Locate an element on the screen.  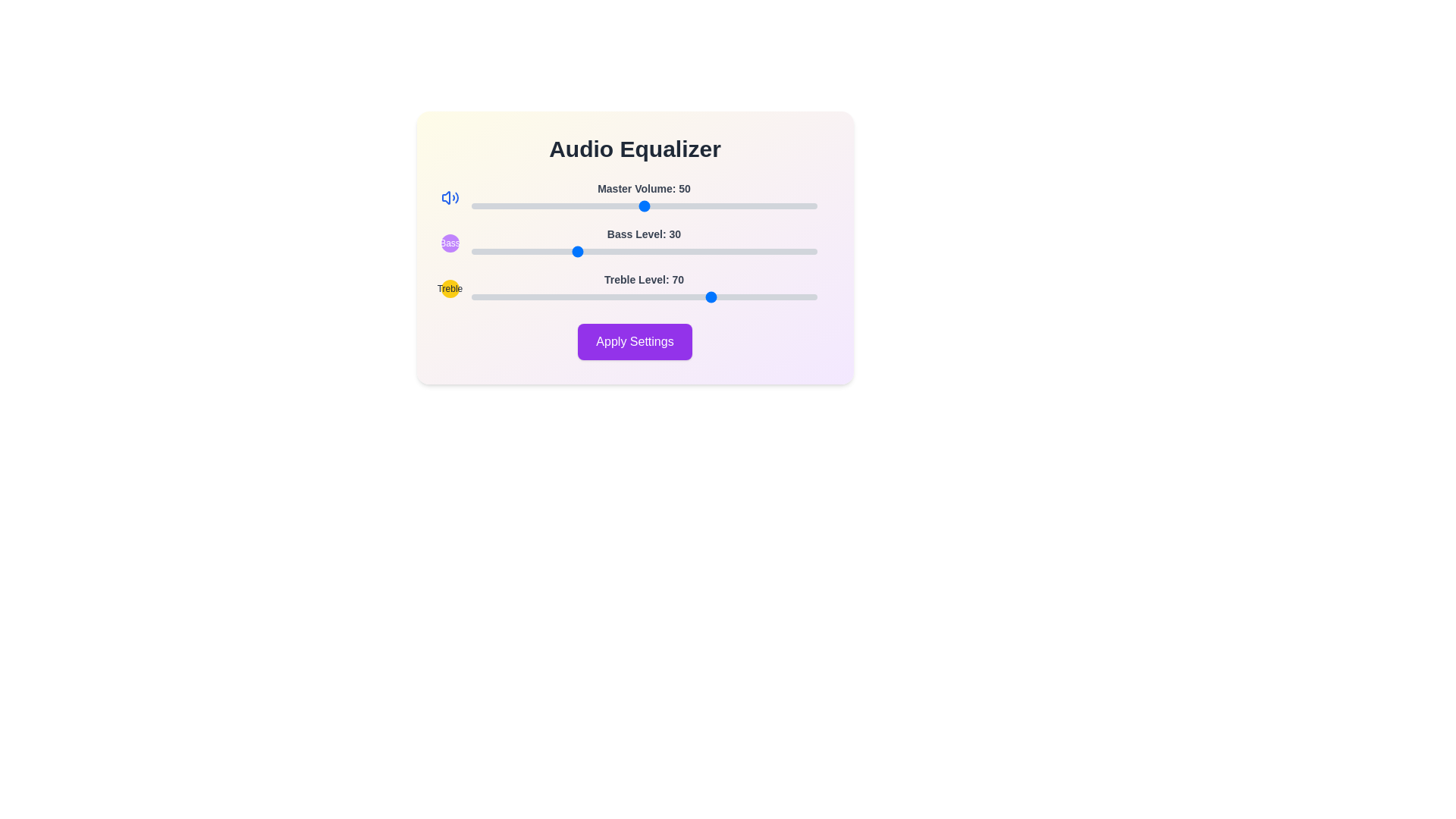
and drag the blue knob of the 'Treble Level: 70' range slider located in the 'Treble' group to adjust the treble level is located at coordinates (644, 289).